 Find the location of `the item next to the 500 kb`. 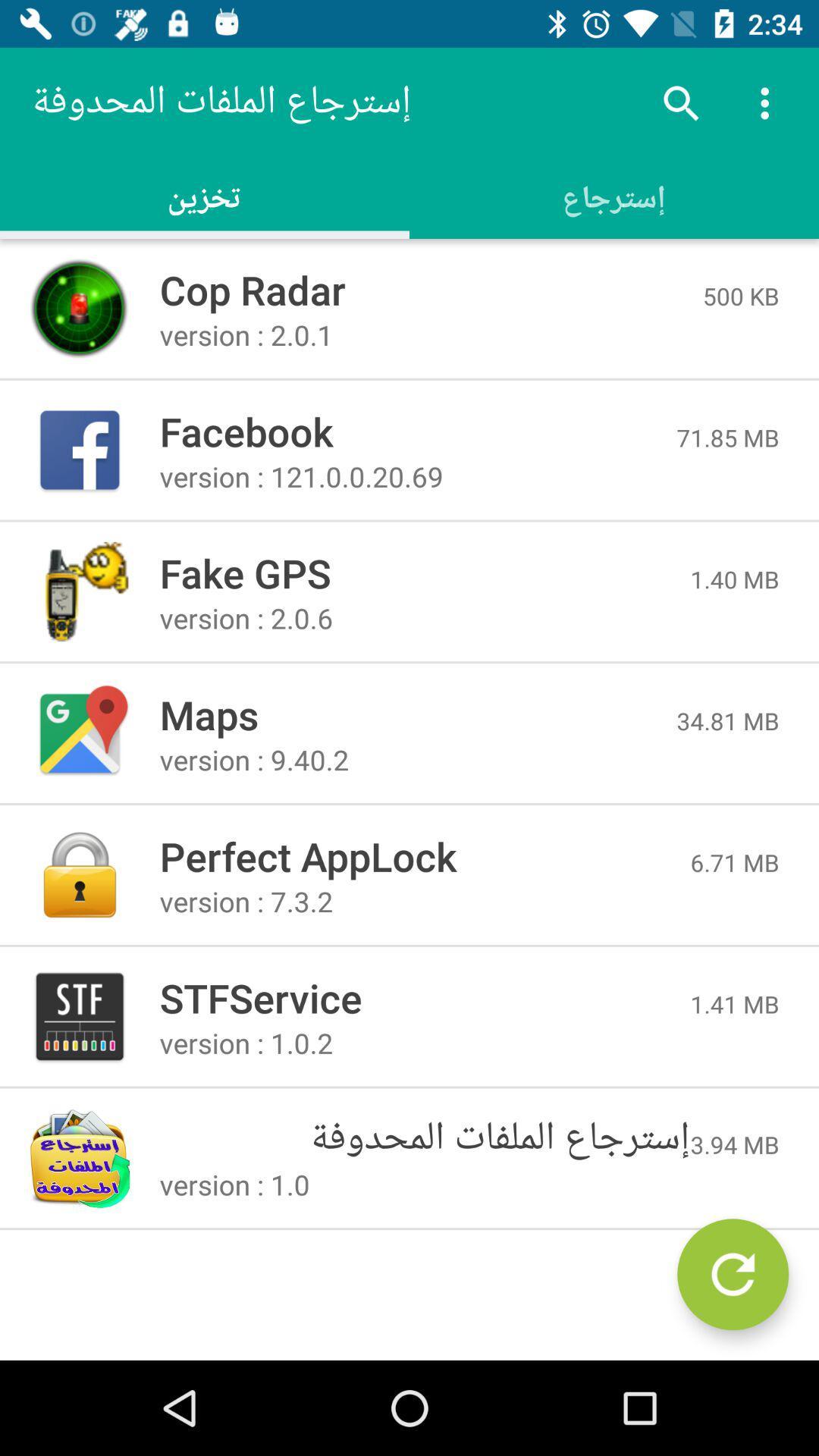

the item next to the 500 kb is located at coordinates (431, 290).